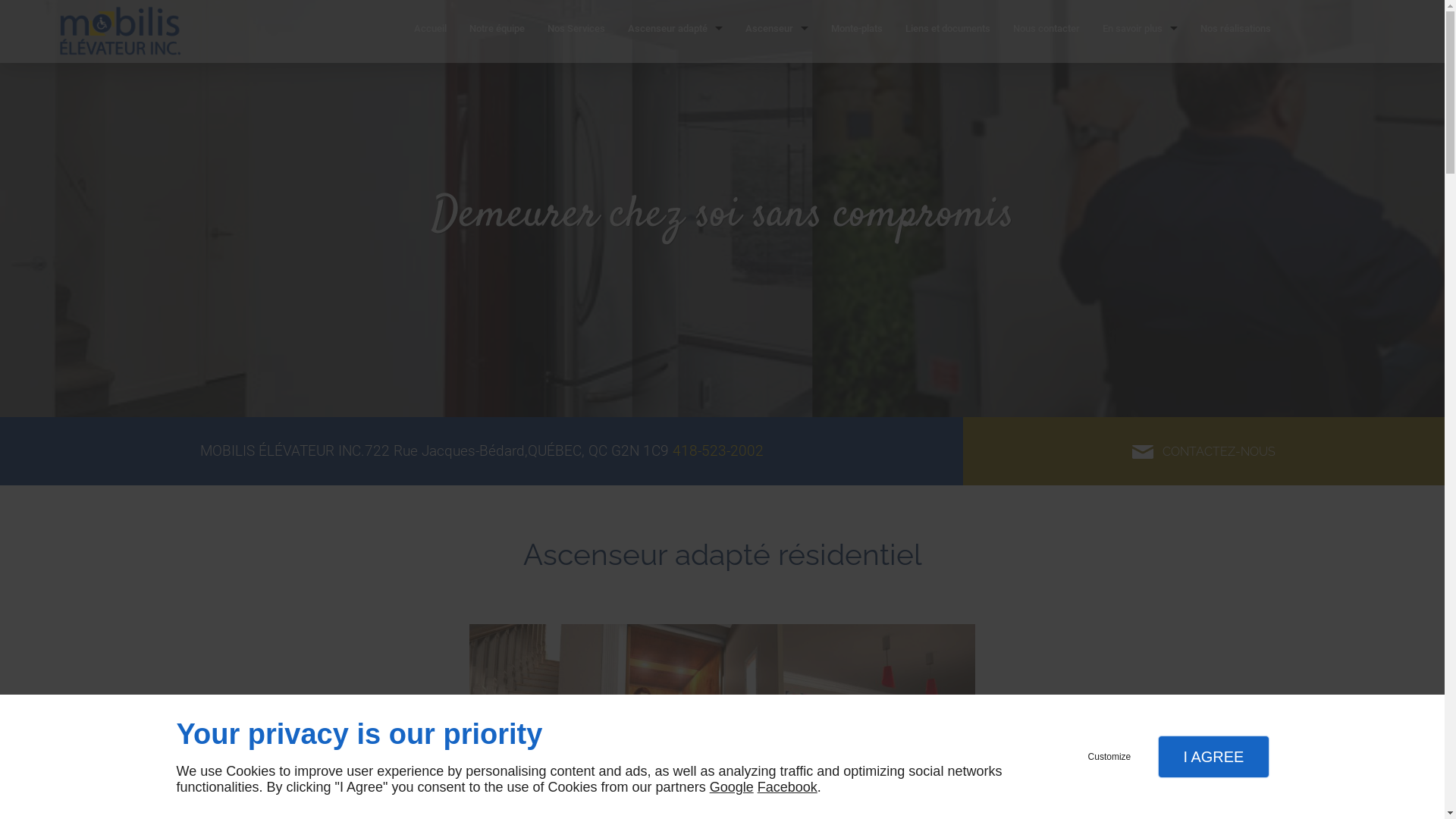 Image resolution: width=1456 pixels, height=819 pixels. Describe the element at coordinates (1203, 450) in the screenshot. I see `'CONTACTEZ-NOUS'` at that location.